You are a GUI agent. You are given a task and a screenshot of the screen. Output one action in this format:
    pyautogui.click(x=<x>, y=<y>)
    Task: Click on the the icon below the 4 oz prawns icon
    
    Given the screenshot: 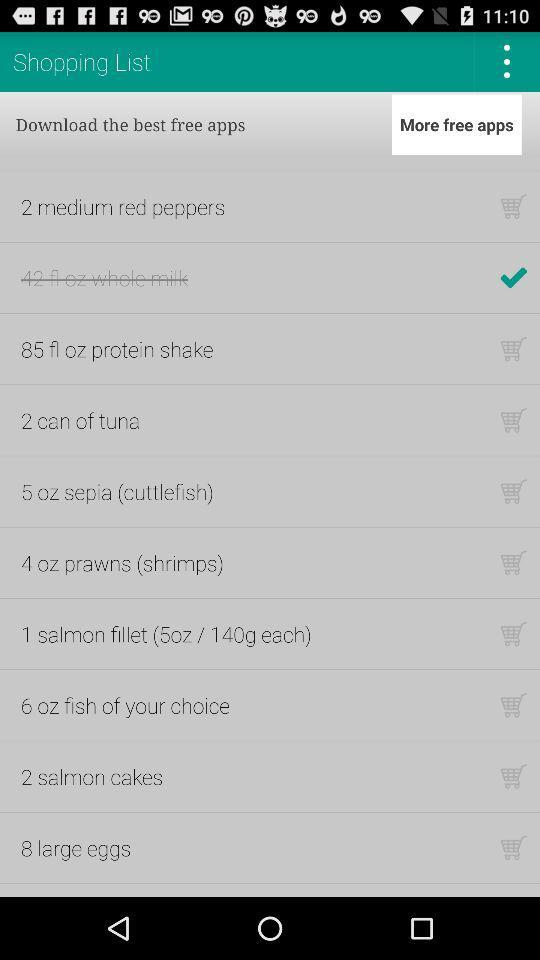 What is the action you would take?
    pyautogui.click(x=165, y=633)
    